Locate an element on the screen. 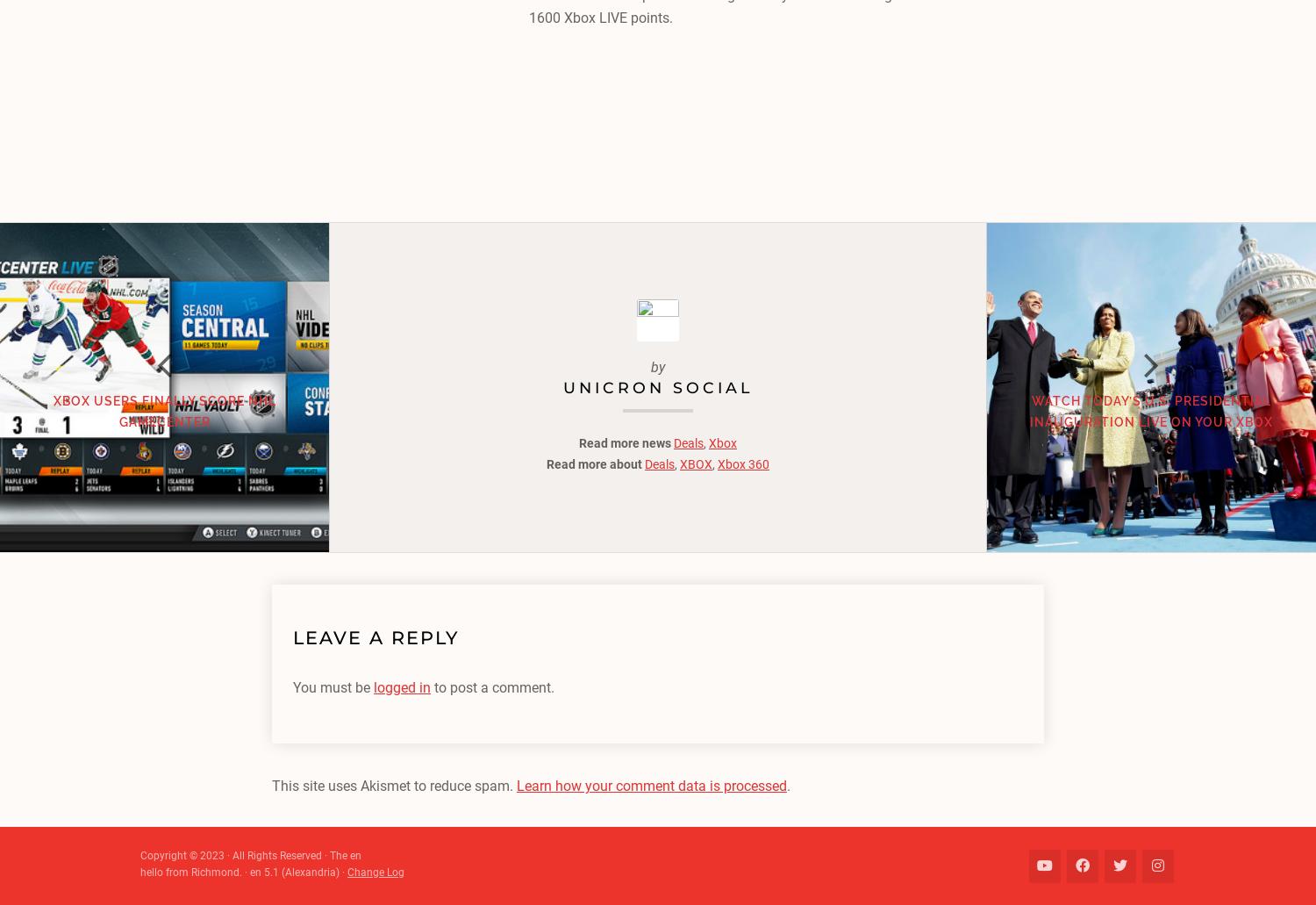 The width and height of the screenshot is (1316, 905). 'Change Log' is located at coordinates (375, 870).